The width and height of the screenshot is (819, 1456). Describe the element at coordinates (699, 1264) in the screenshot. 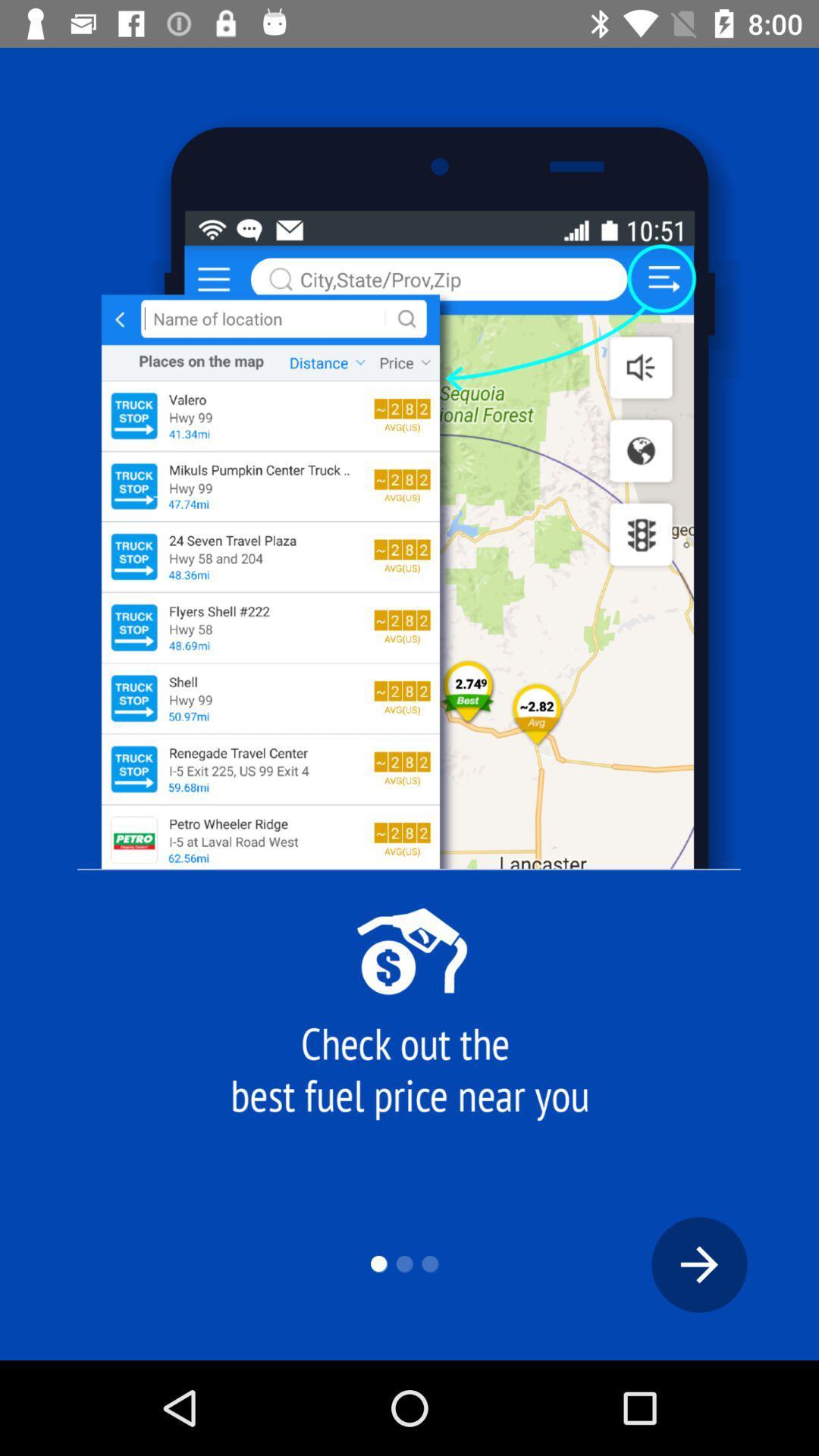

I see `go forward` at that location.